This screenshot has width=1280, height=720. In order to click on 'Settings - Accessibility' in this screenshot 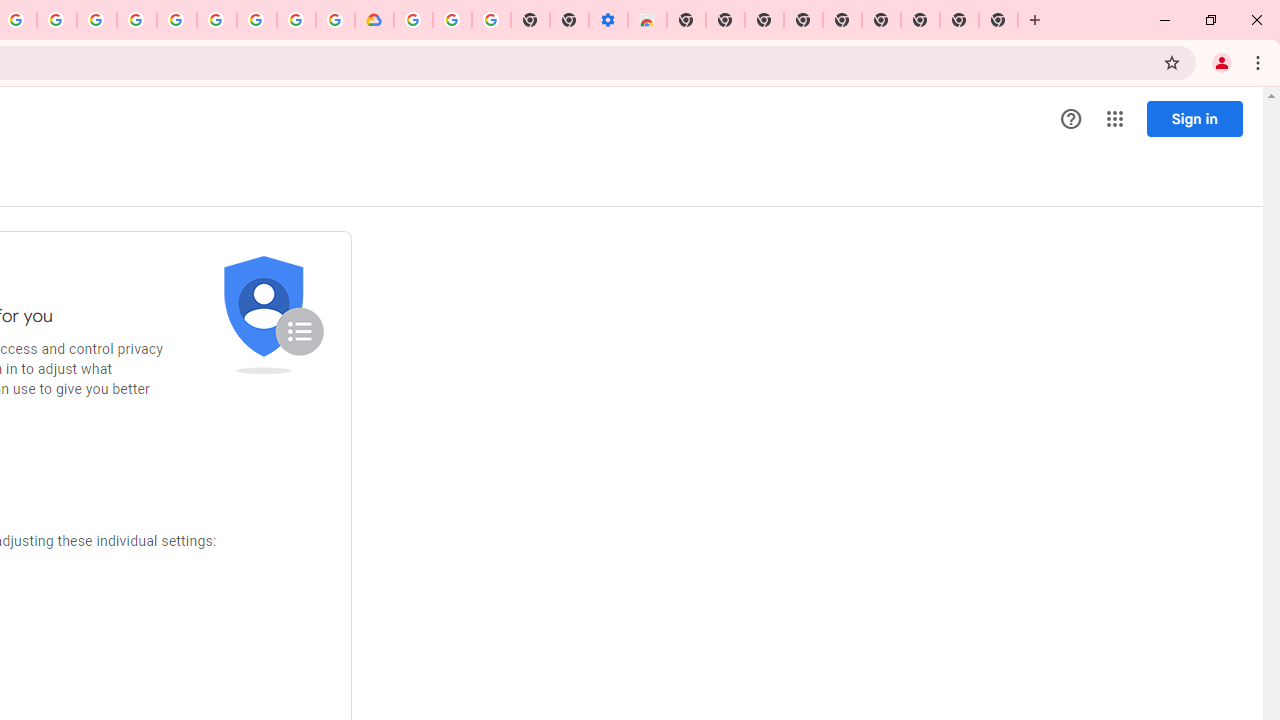, I will do `click(607, 20)`.